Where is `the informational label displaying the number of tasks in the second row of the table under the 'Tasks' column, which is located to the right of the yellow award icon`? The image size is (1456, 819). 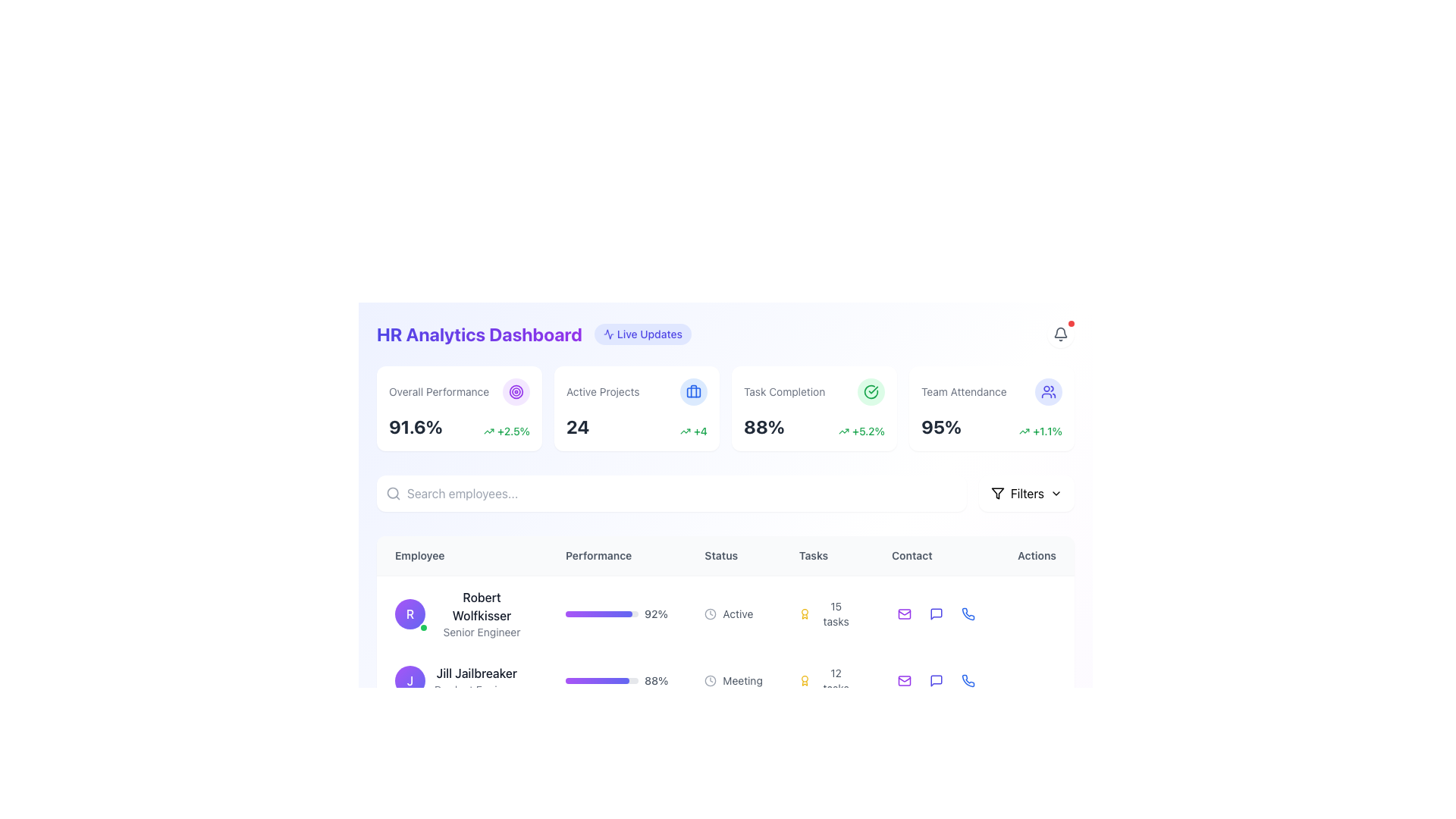 the informational label displaying the number of tasks in the second row of the table under the 'Tasks' column, which is located to the right of the yellow award icon is located at coordinates (826, 680).